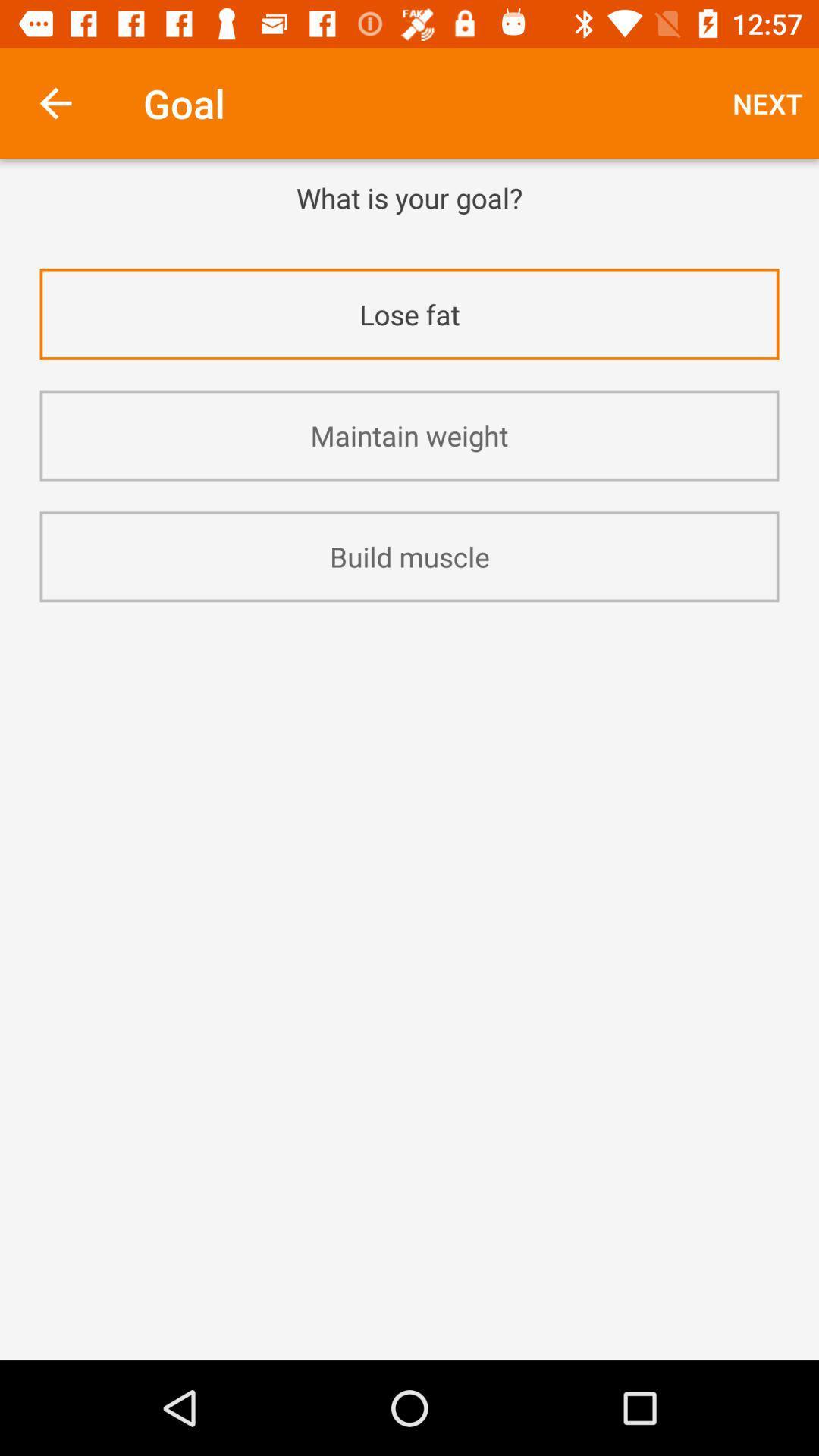  What do you see at coordinates (767, 102) in the screenshot?
I see `icon above the what is your item` at bounding box center [767, 102].